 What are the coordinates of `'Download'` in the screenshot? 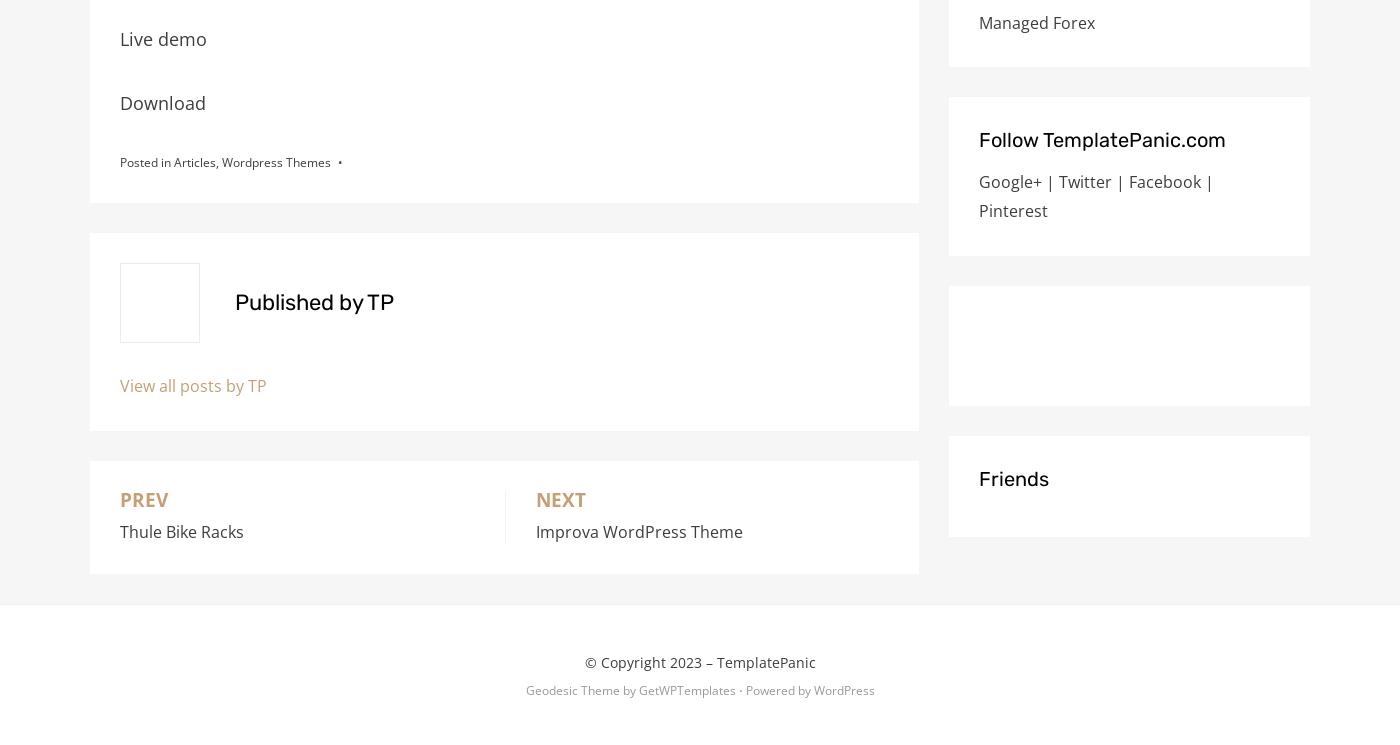 It's located at (162, 102).